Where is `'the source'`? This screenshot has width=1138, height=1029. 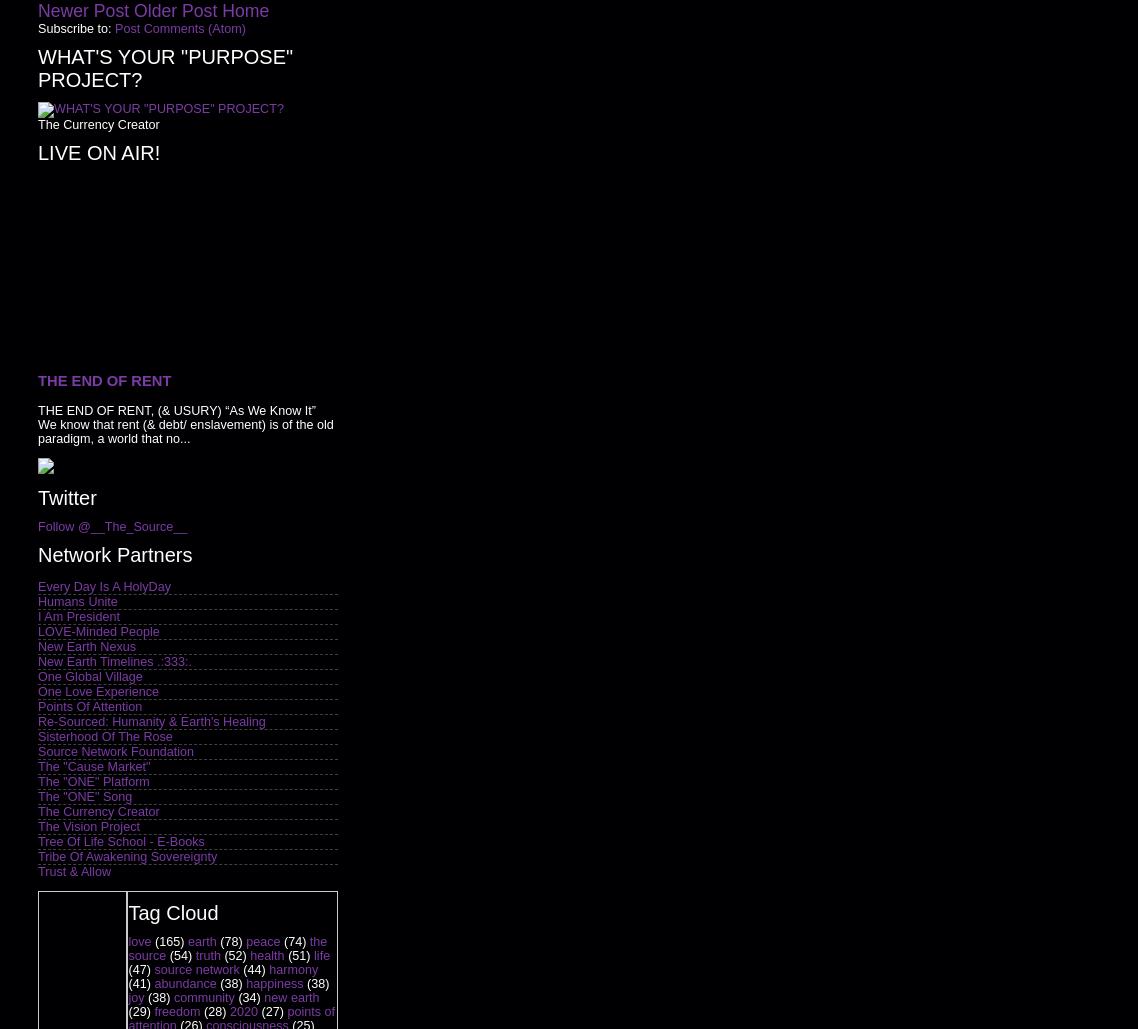 'the source' is located at coordinates (226, 949).